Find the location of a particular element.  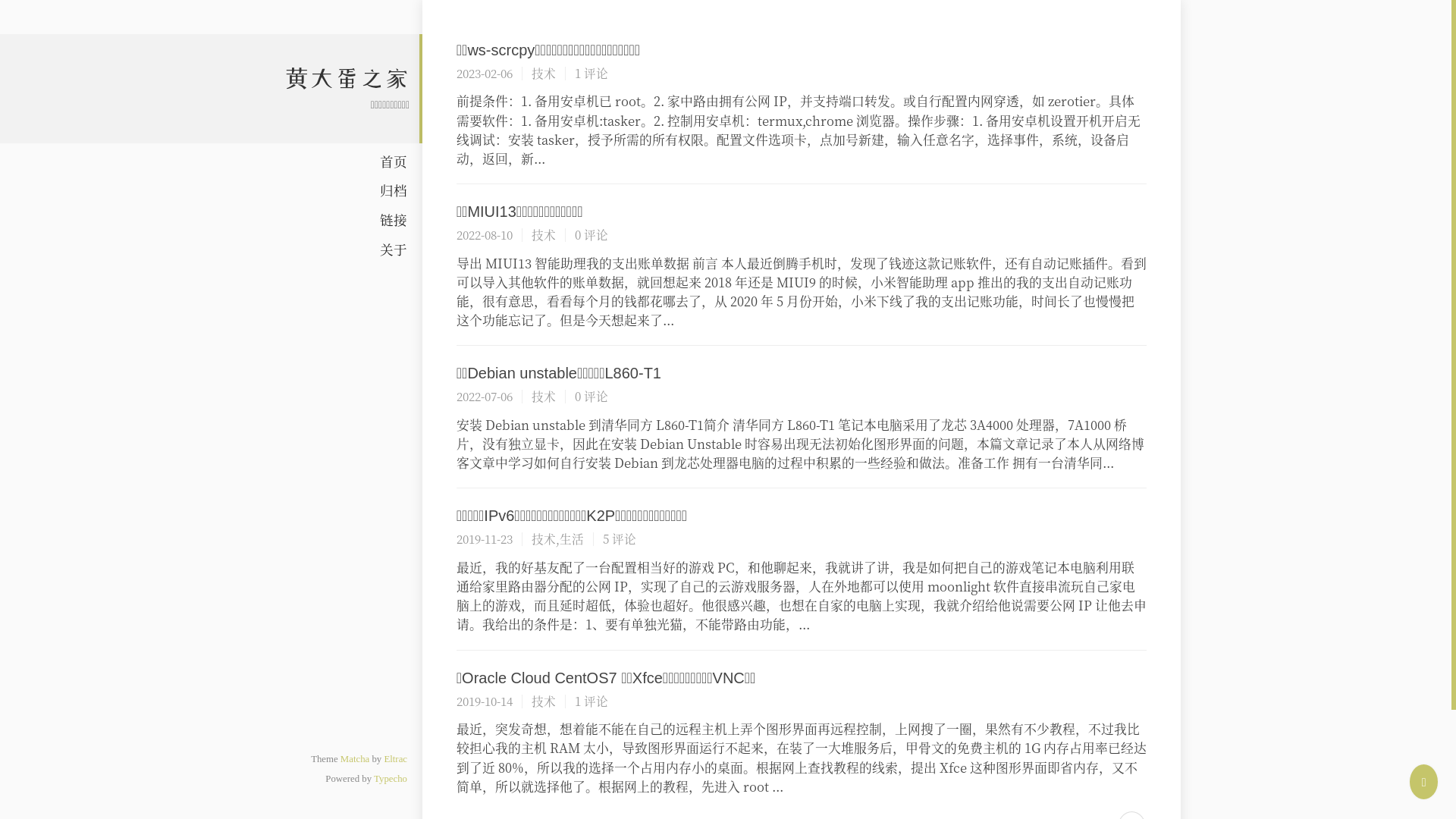

'Matcha' is located at coordinates (354, 759).